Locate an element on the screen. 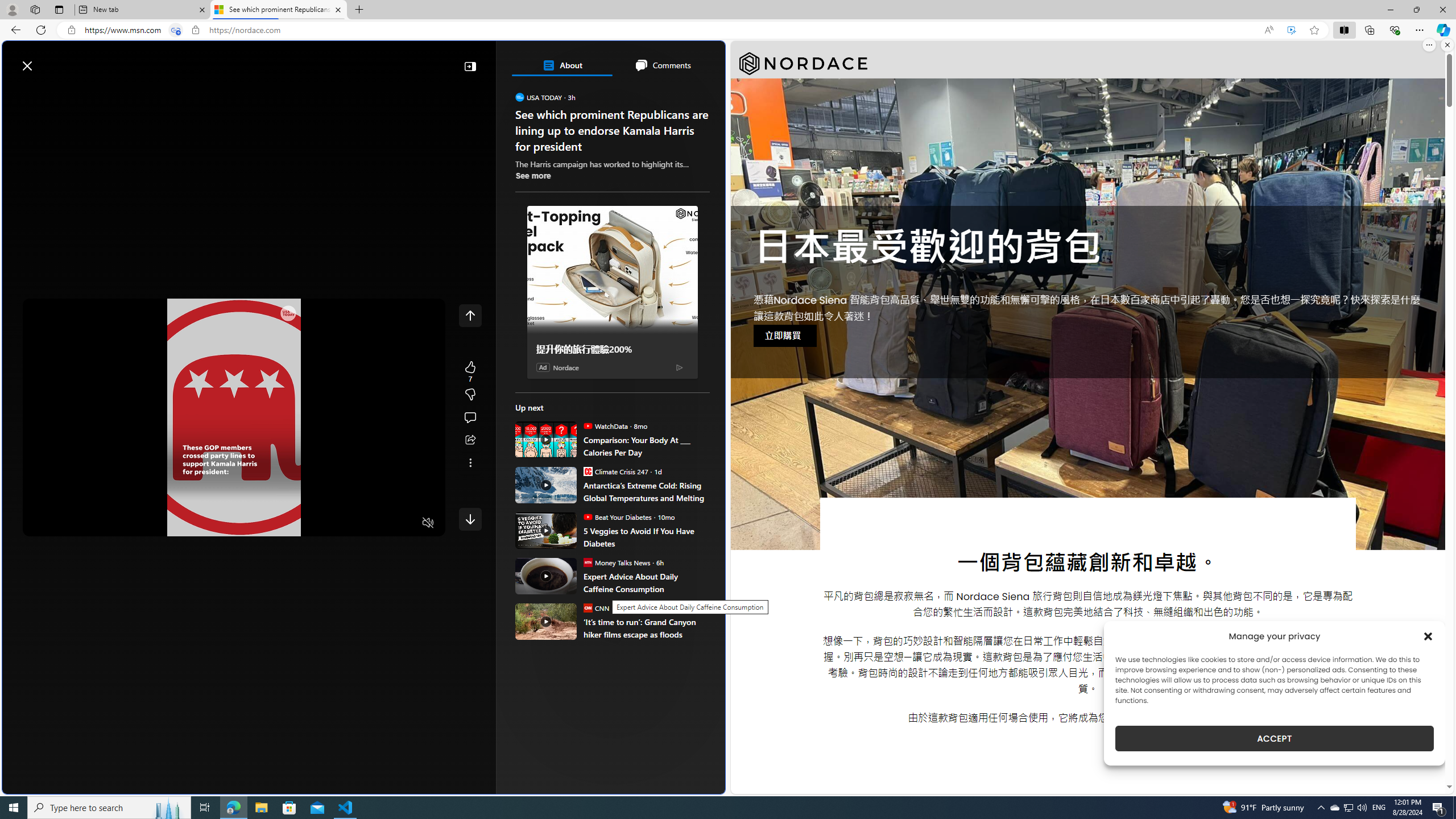  'Expert Advice About Daily Caffeine Consumption' is located at coordinates (646, 582).